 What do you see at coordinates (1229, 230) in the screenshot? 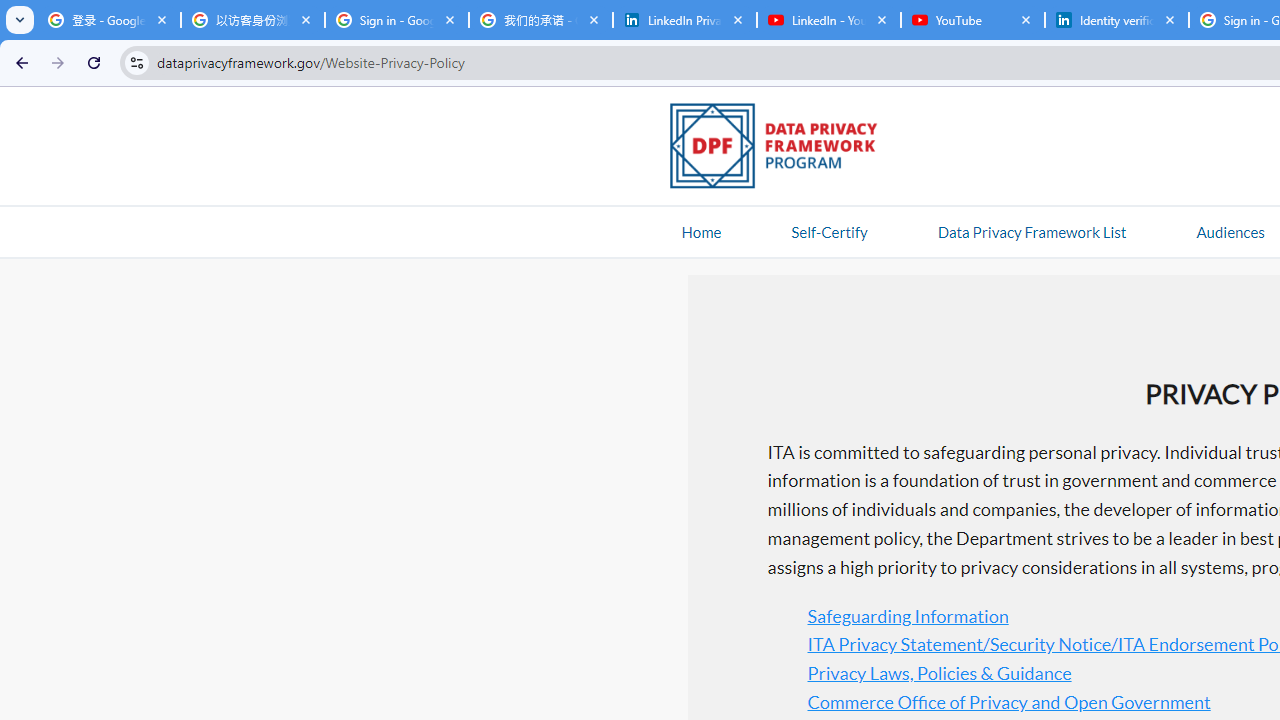
I see `'AutomationID: navitem'` at bounding box center [1229, 230].